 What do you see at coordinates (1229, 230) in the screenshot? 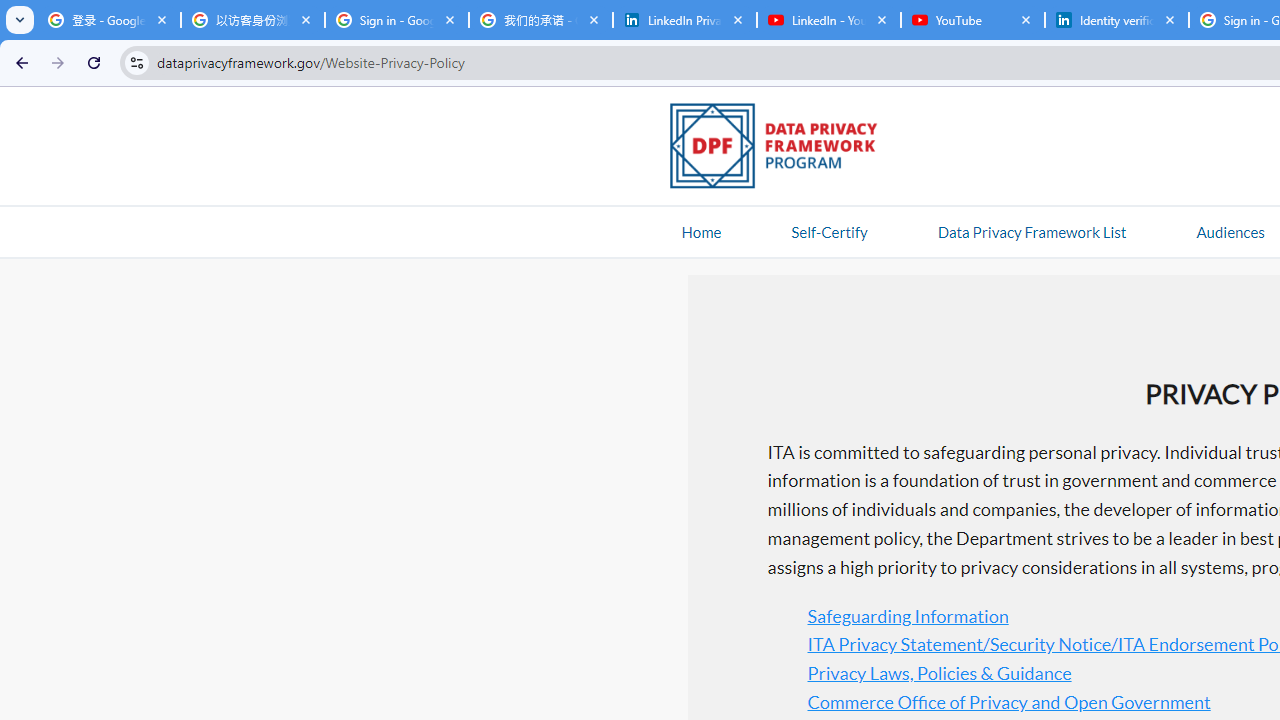
I see `'AutomationID: navitem'` at bounding box center [1229, 230].